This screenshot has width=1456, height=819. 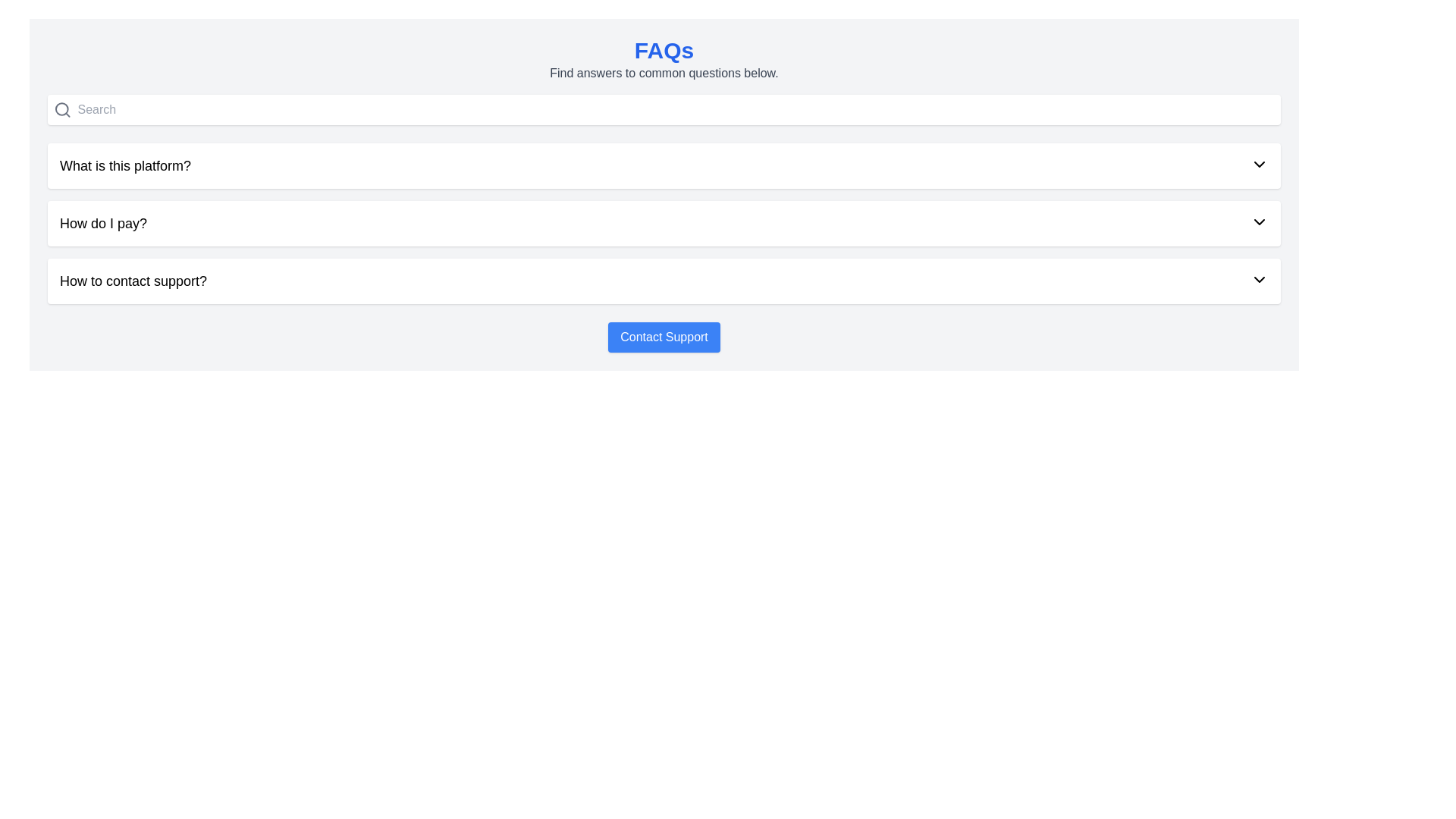 What do you see at coordinates (664, 336) in the screenshot?
I see `the rectangular button with a bright blue background and white text reading 'Contact Support' located at the center of the bottom area of the page` at bounding box center [664, 336].